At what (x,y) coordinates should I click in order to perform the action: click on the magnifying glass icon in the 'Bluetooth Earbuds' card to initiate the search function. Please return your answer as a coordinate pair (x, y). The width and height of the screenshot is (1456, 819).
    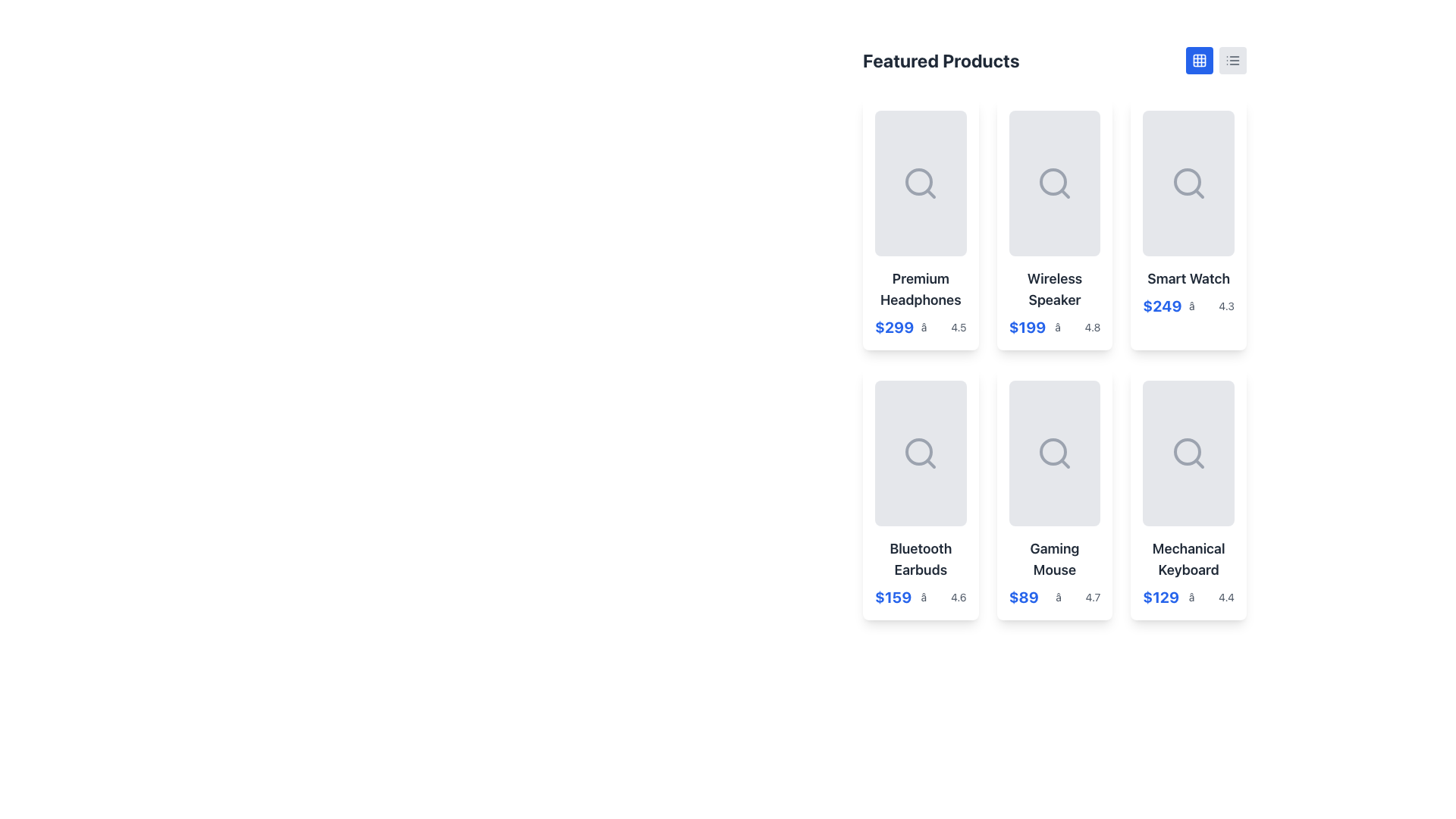
    Looking at the image, I should click on (920, 452).